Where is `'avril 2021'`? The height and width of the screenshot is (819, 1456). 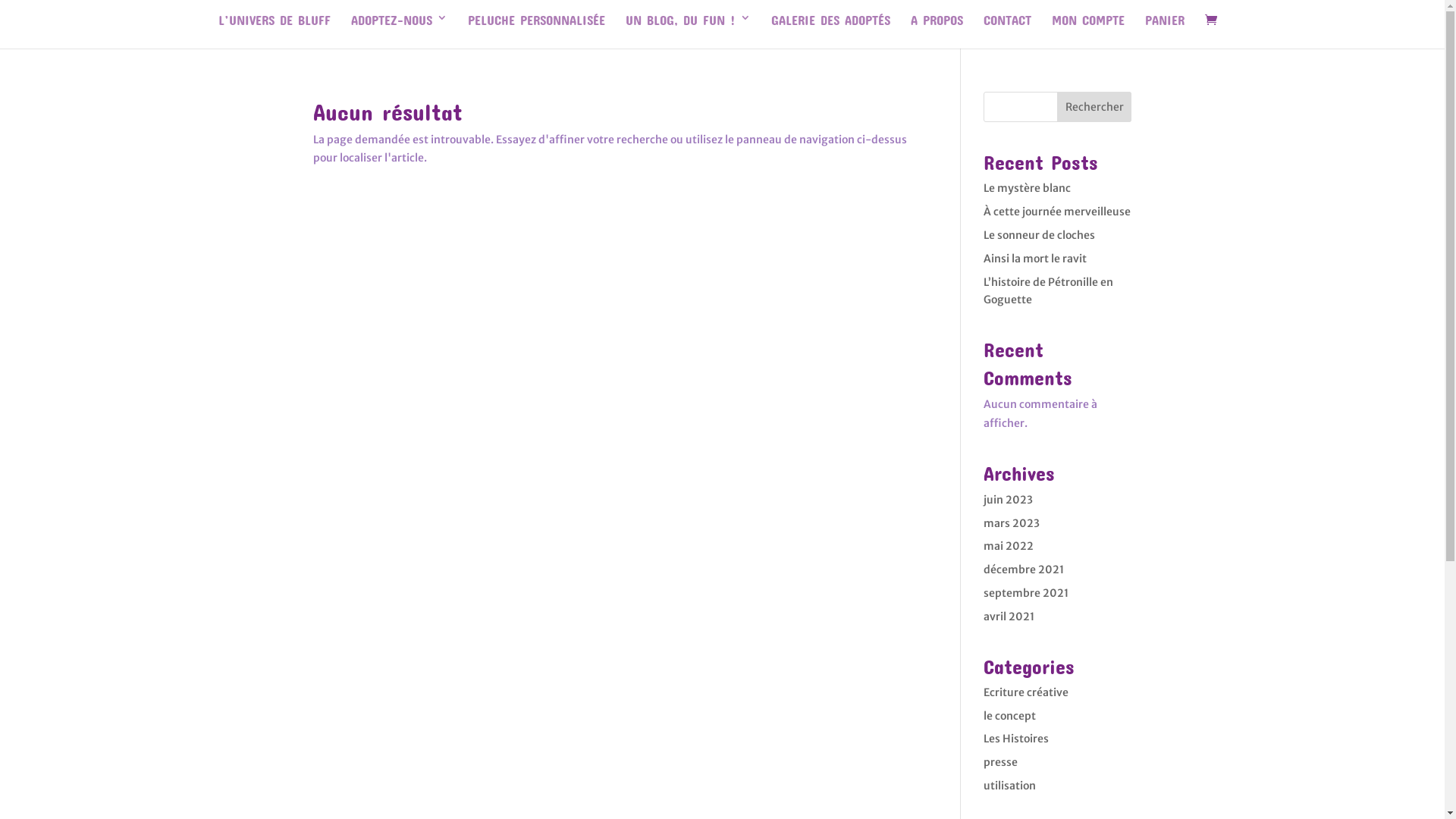
'avril 2021' is located at coordinates (1009, 617).